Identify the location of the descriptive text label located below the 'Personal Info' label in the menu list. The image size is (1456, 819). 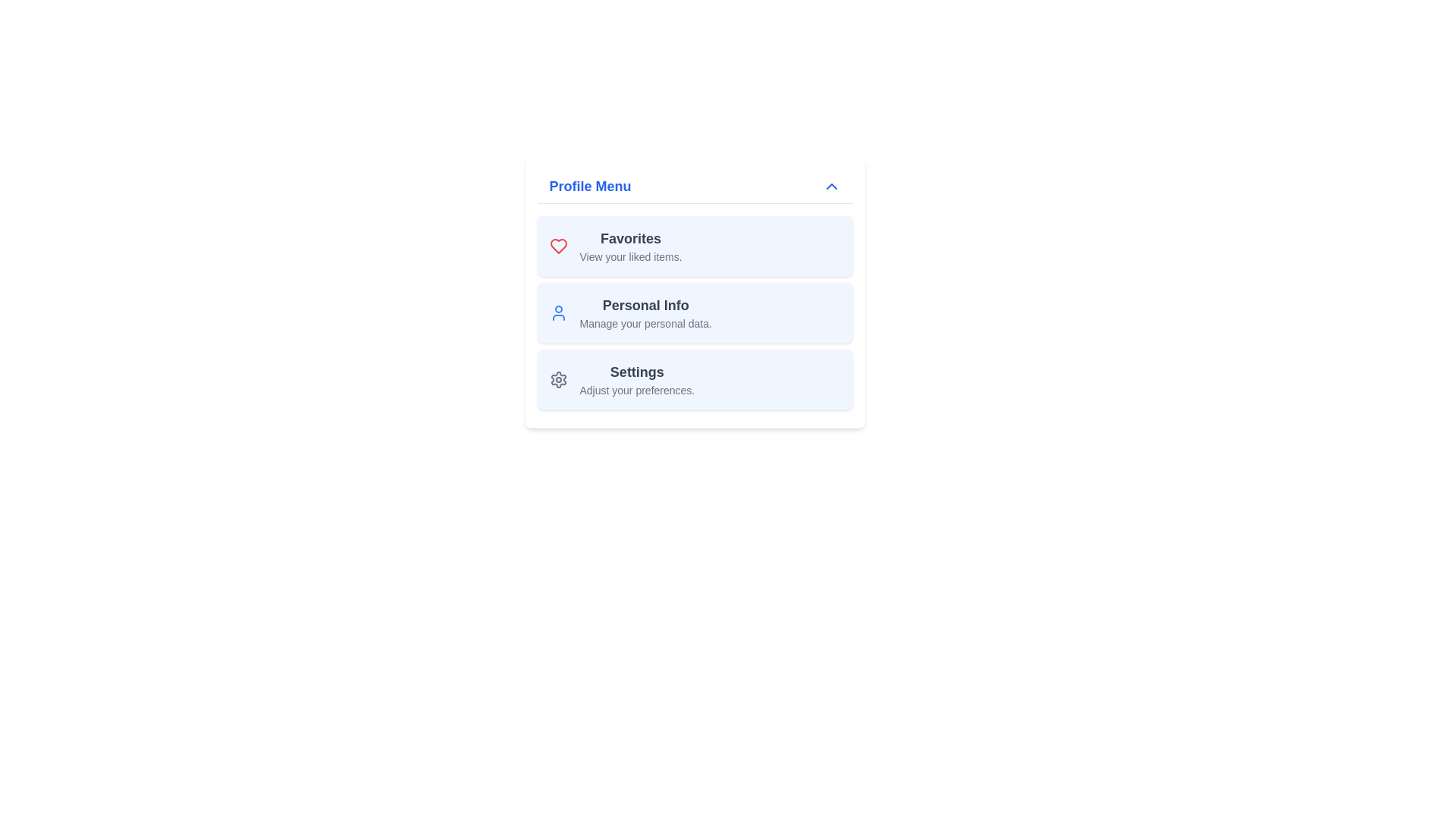
(645, 323).